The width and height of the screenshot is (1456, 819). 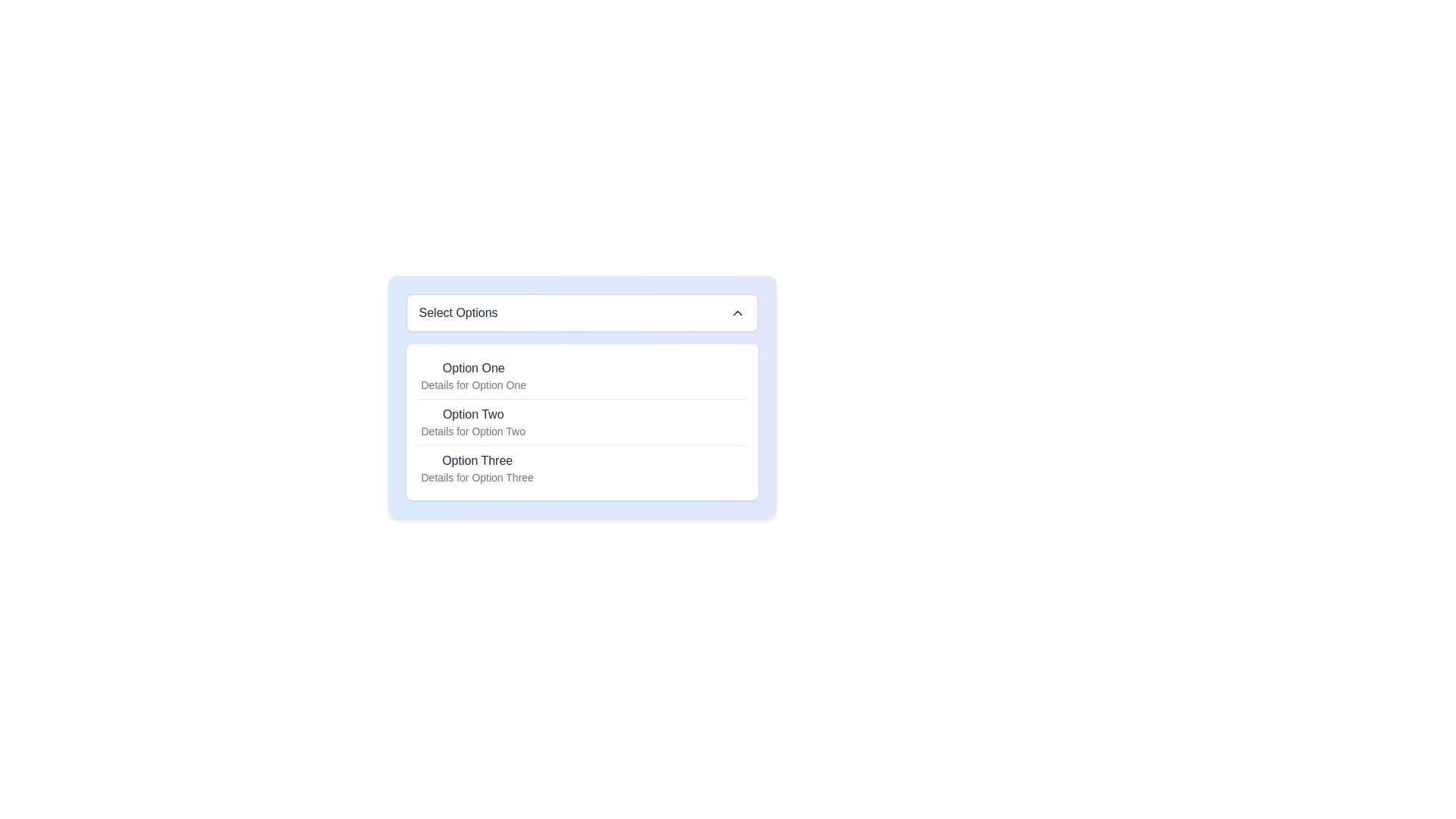 I want to click on to select the List item element labeled 'Option Two' which contains a bold black title and a smaller gray description, positioned as the second item in the 'Select Options' dropdown list, so click(x=581, y=422).